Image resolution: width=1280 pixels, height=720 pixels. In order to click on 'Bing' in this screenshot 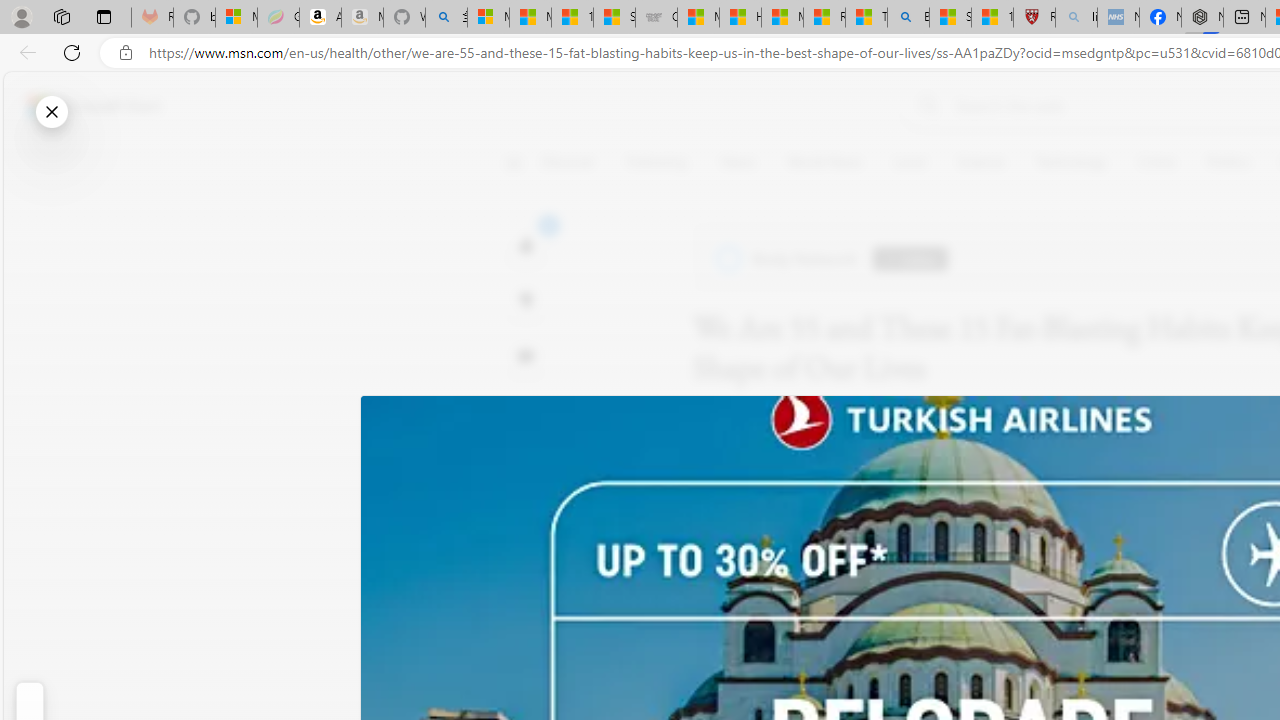, I will do `click(907, 17)`.